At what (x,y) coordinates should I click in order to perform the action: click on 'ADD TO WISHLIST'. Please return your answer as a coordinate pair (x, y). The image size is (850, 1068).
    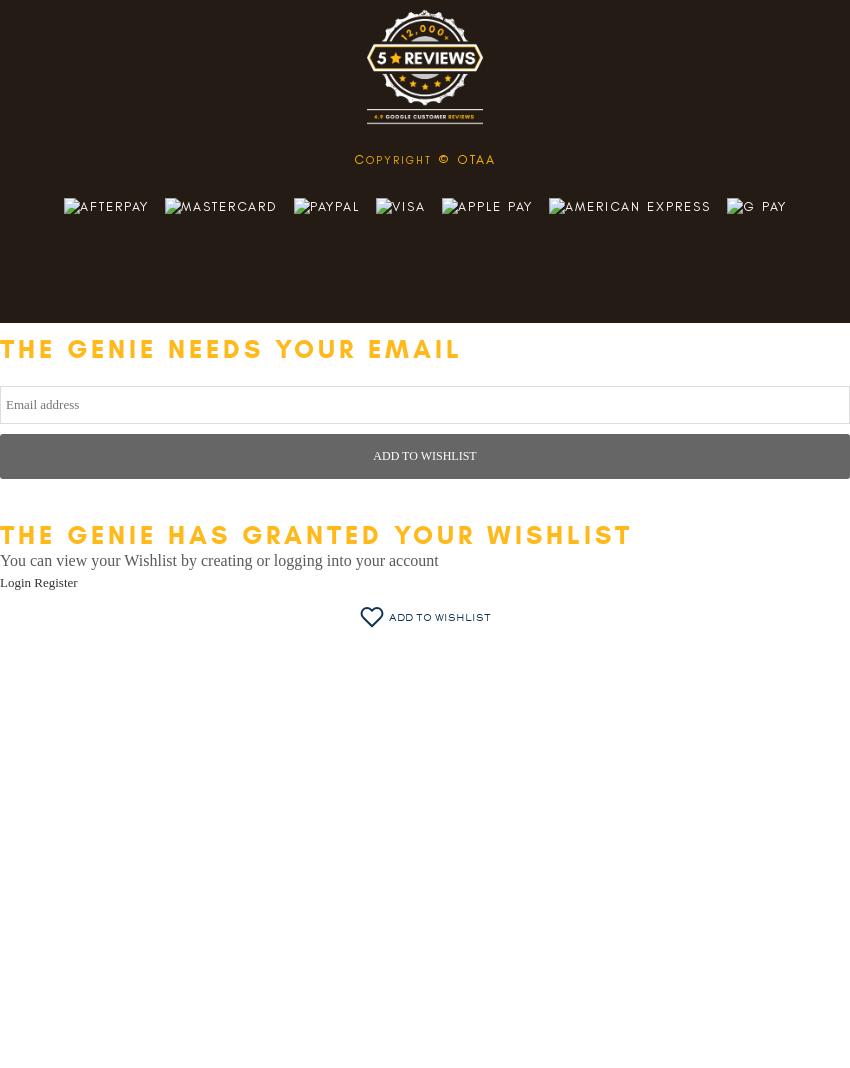
    Looking at the image, I should click on (424, 454).